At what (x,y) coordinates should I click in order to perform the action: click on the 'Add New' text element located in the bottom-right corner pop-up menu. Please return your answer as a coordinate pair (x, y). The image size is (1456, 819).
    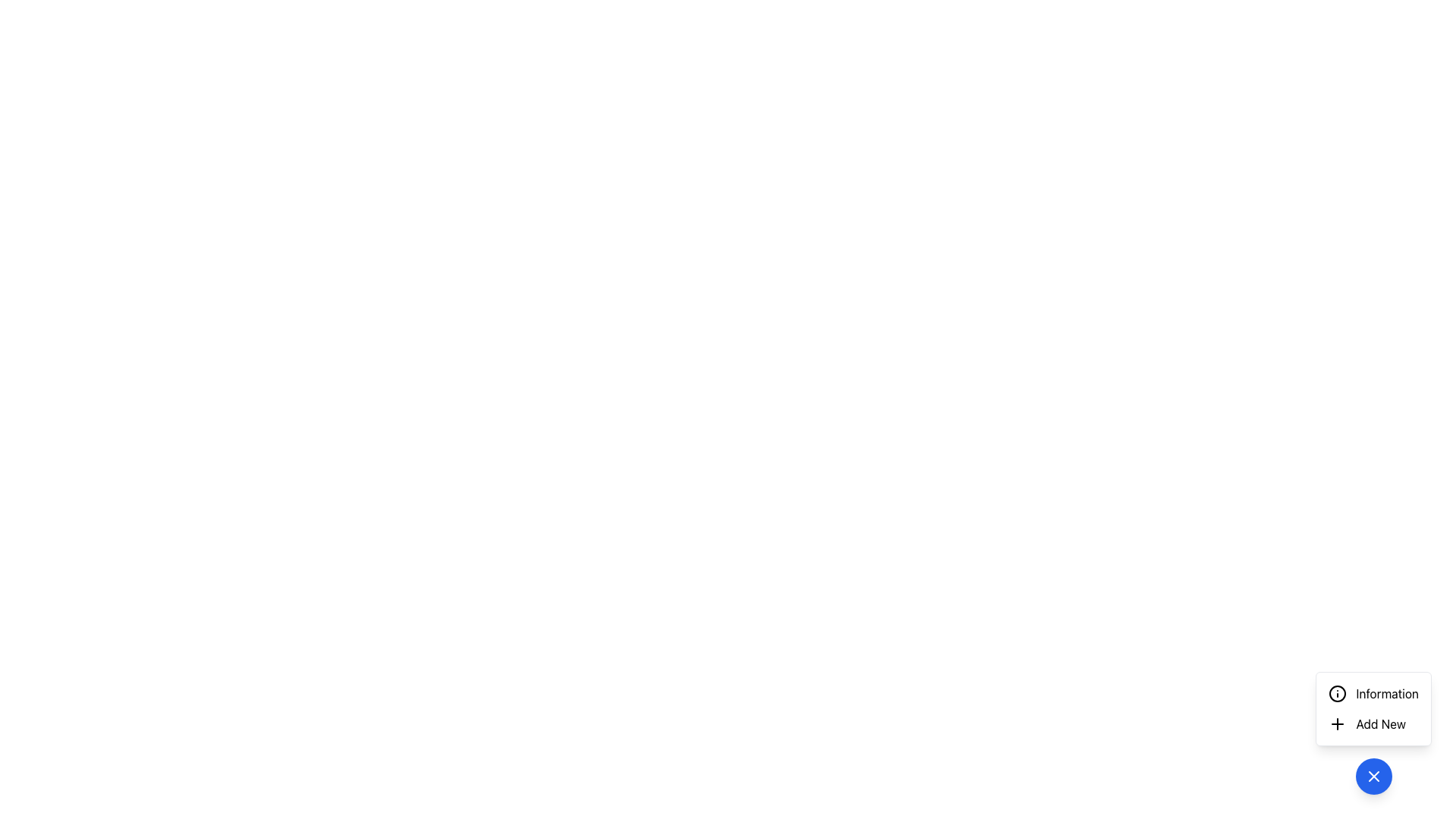
    Looking at the image, I should click on (1381, 723).